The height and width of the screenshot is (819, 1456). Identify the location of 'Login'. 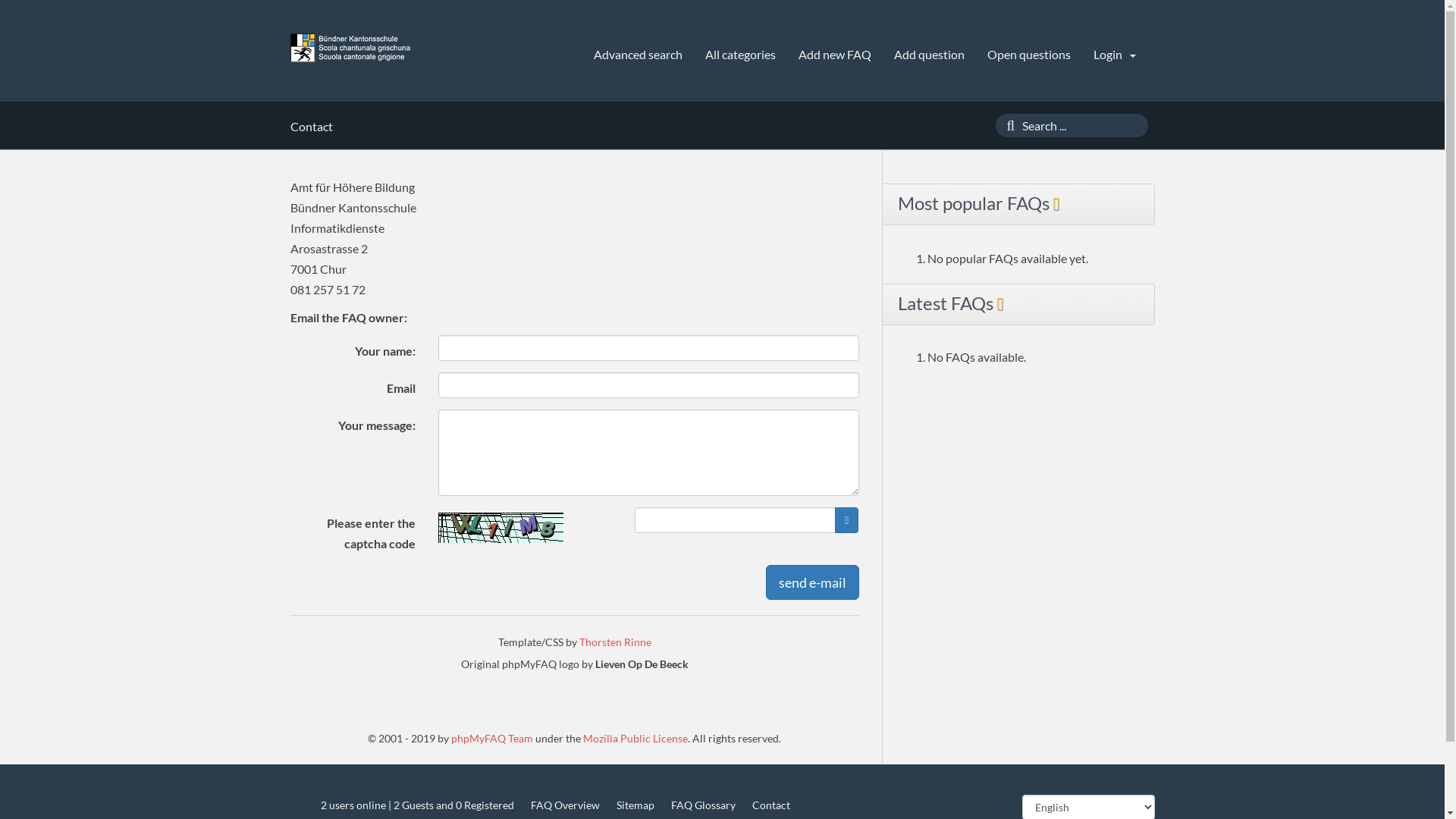
(1114, 54).